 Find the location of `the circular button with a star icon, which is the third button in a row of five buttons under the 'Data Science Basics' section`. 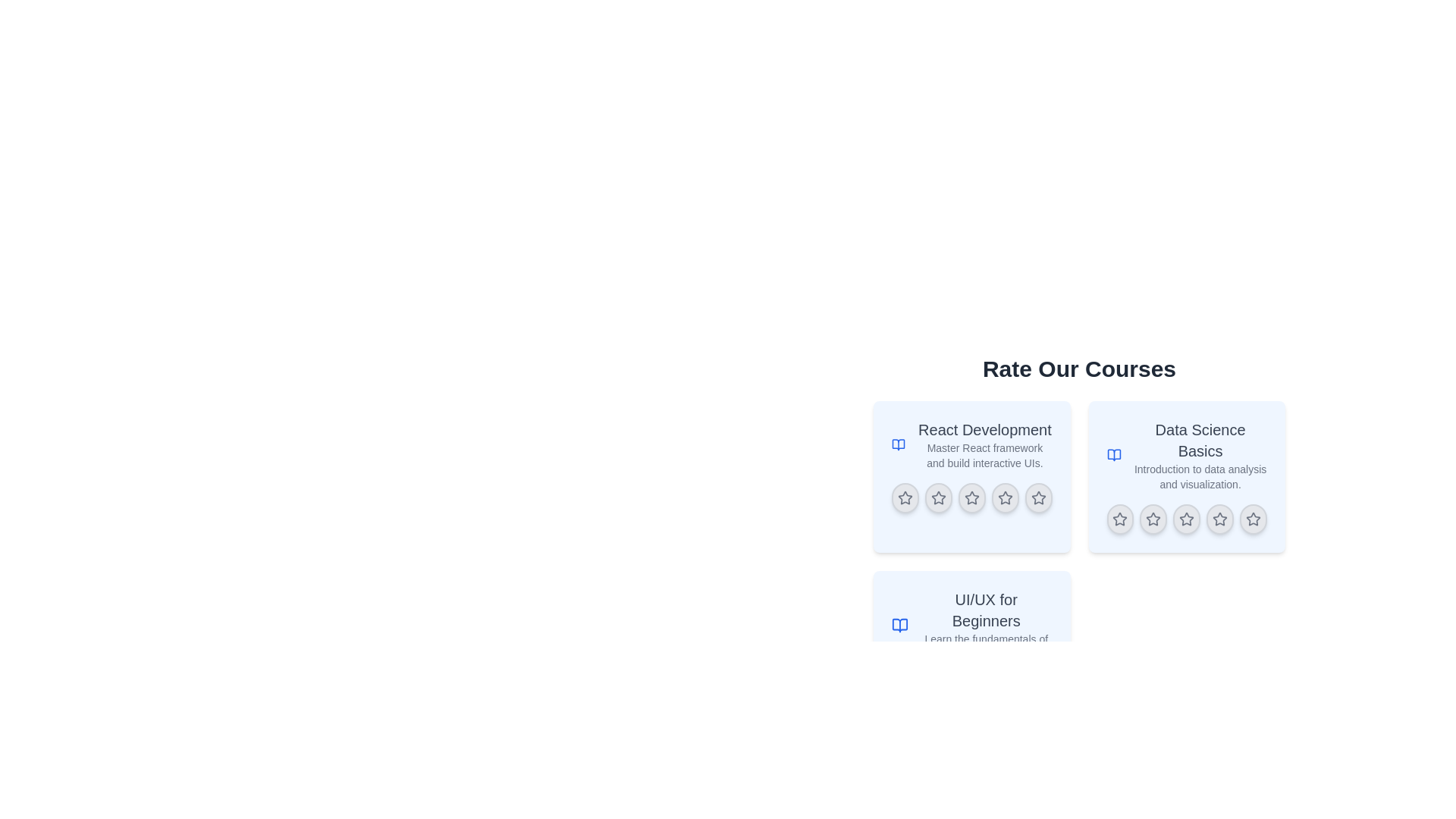

the circular button with a star icon, which is the third button in a row of five buttons under the 'Data Science Basics' section is located at coordinates (1186, 519).